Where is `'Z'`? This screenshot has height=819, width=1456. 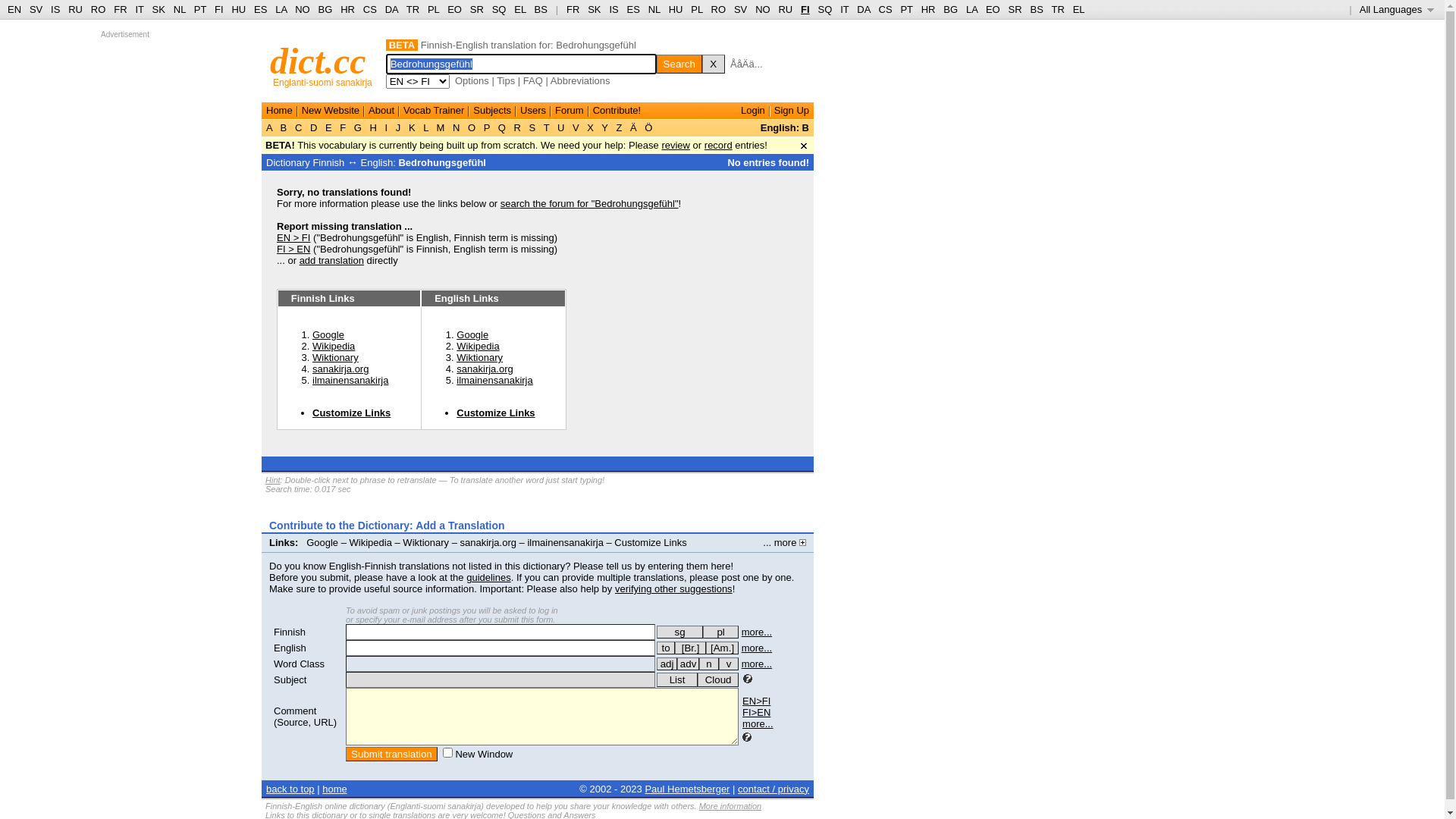
'Z' is located at coordinates (619, 127).